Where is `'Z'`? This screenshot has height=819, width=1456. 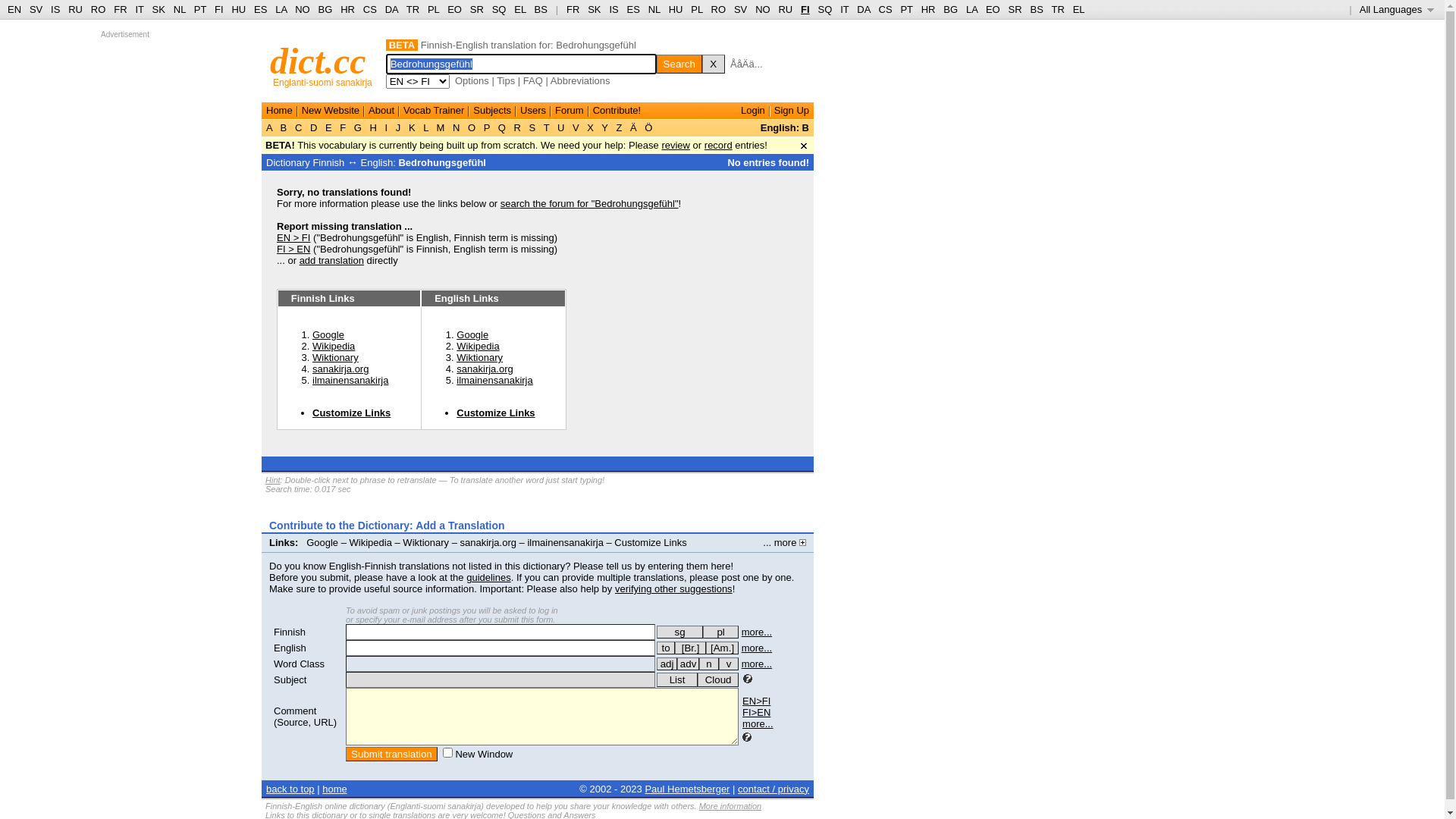
'Z' is located at coordinates (619, 127).